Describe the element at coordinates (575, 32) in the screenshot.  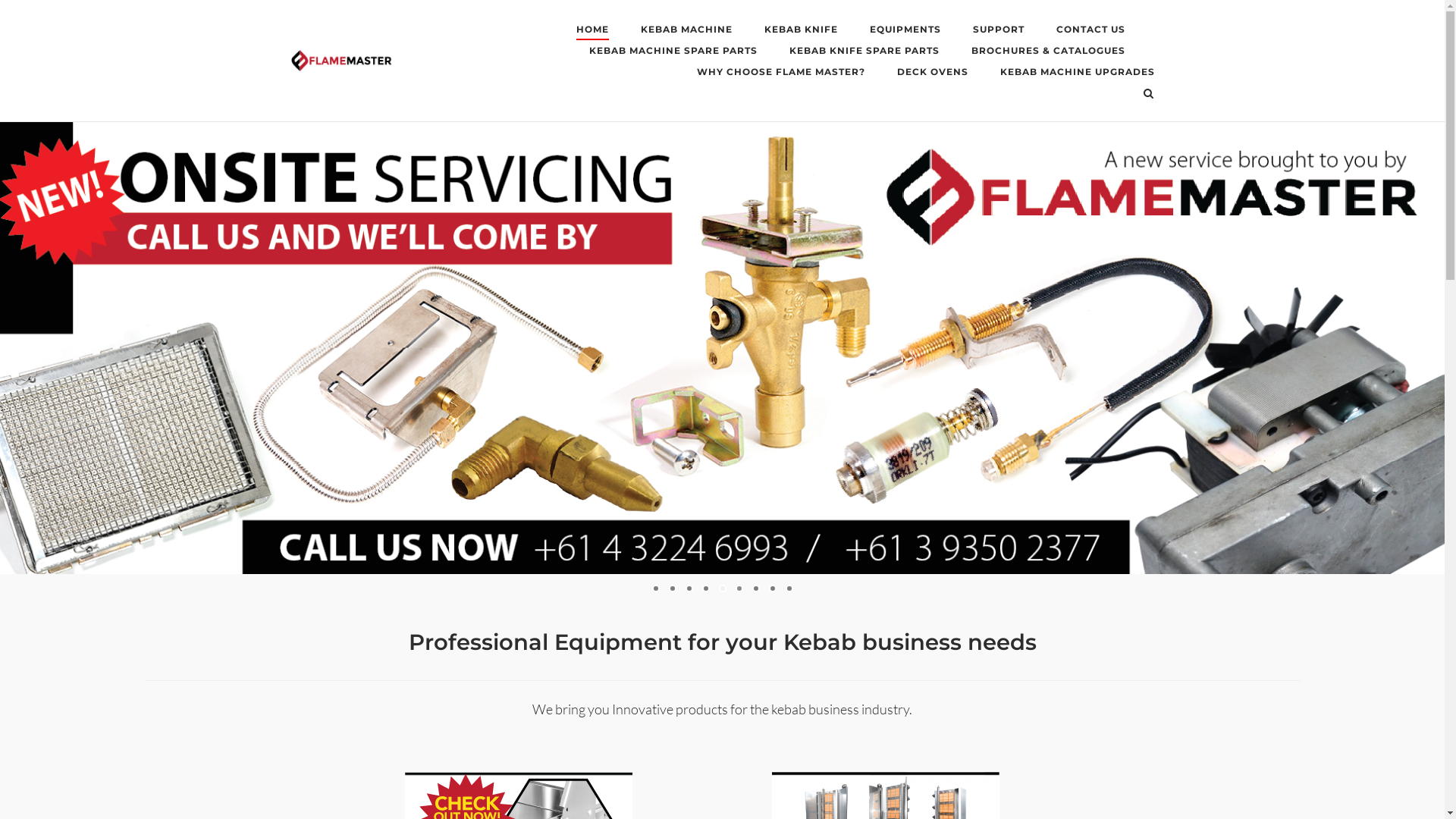
I see `'HOME'` at that location.